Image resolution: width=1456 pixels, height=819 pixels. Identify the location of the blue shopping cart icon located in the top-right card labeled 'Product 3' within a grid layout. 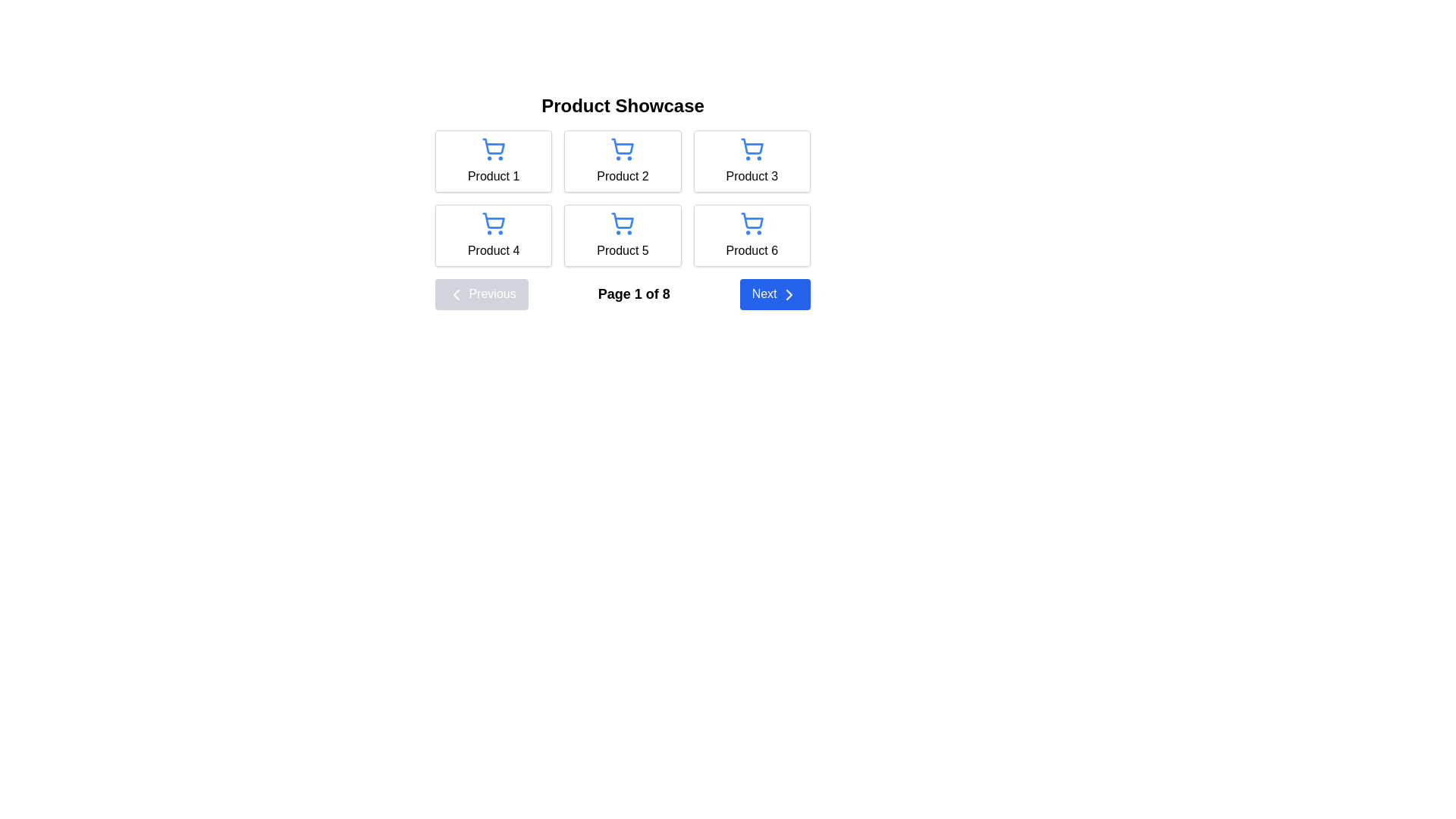
(752, 149).